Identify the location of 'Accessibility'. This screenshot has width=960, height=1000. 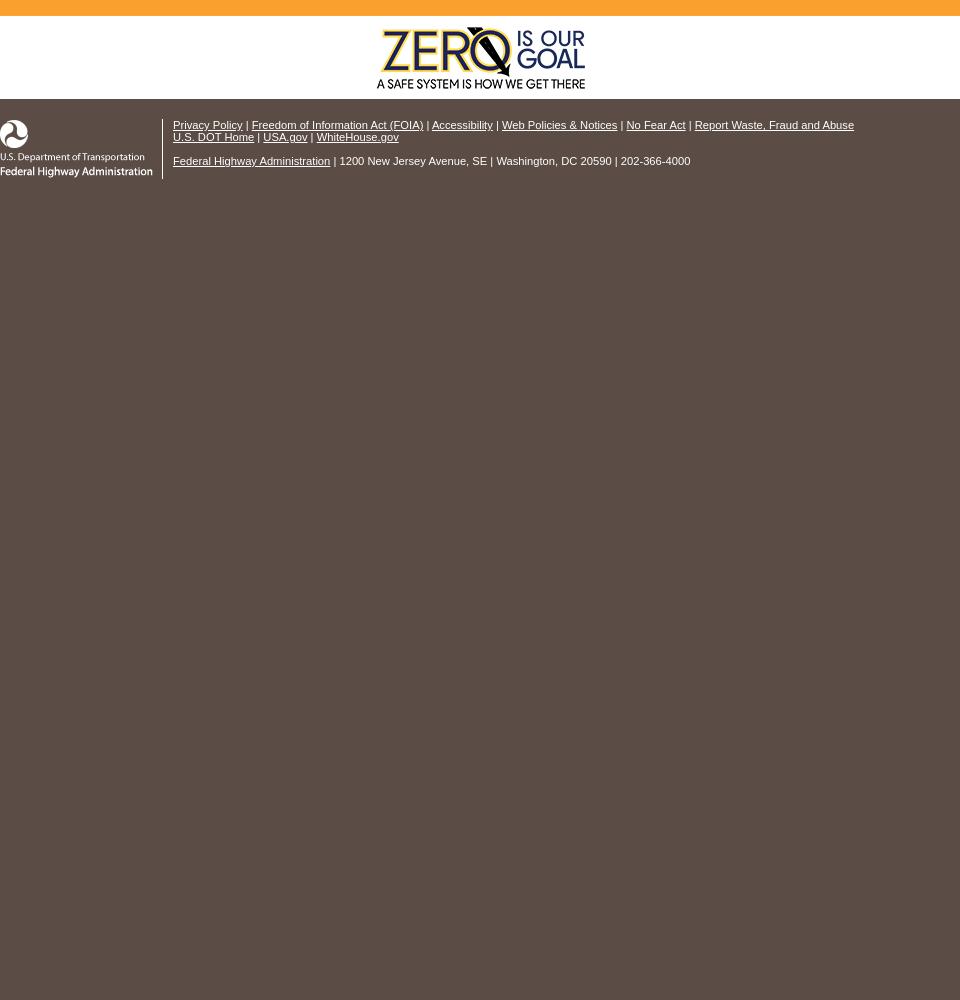
(461, 125).